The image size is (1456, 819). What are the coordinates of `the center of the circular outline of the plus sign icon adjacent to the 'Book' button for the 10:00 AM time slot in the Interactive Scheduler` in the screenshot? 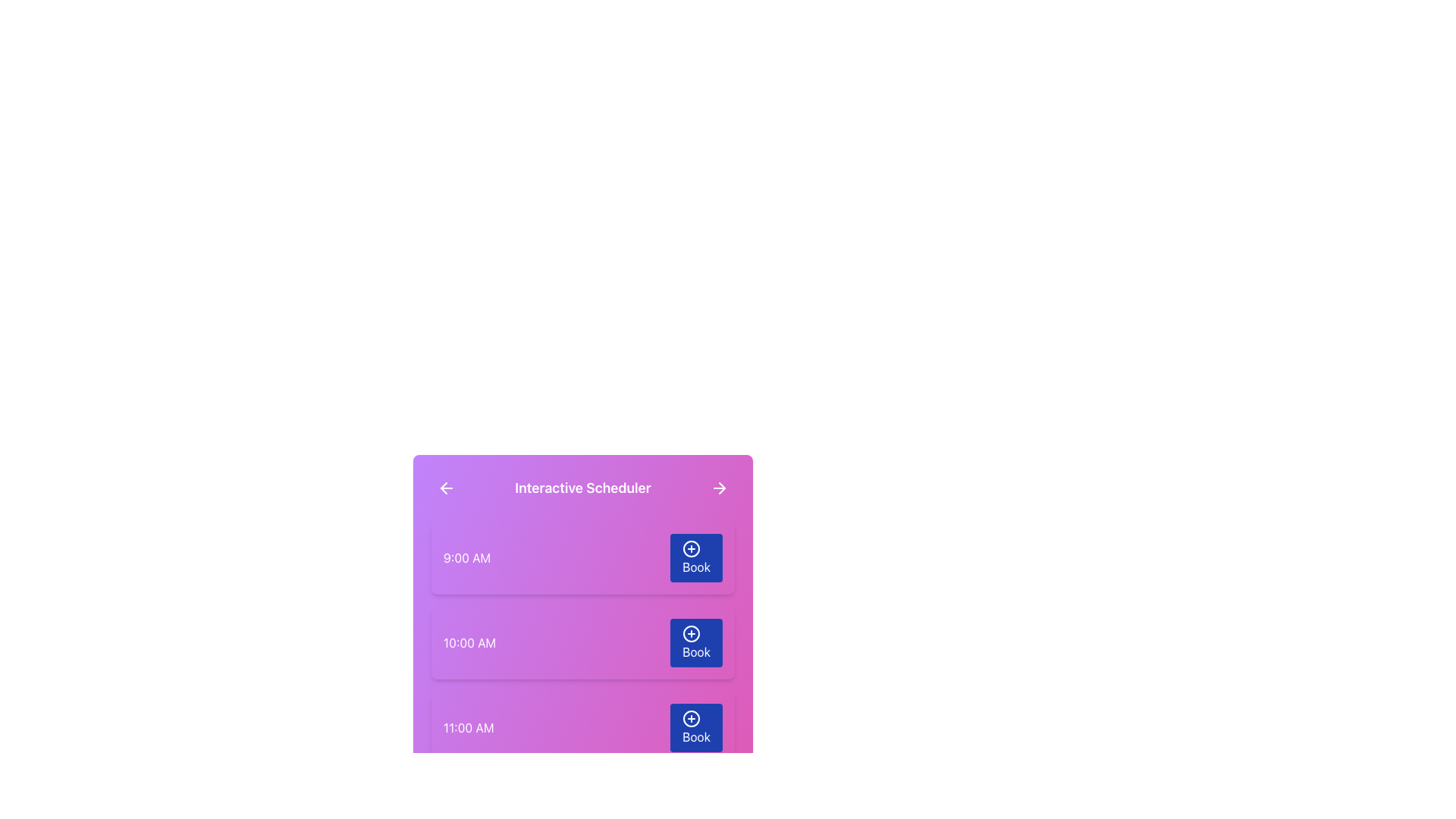 It's located at (691, 634).